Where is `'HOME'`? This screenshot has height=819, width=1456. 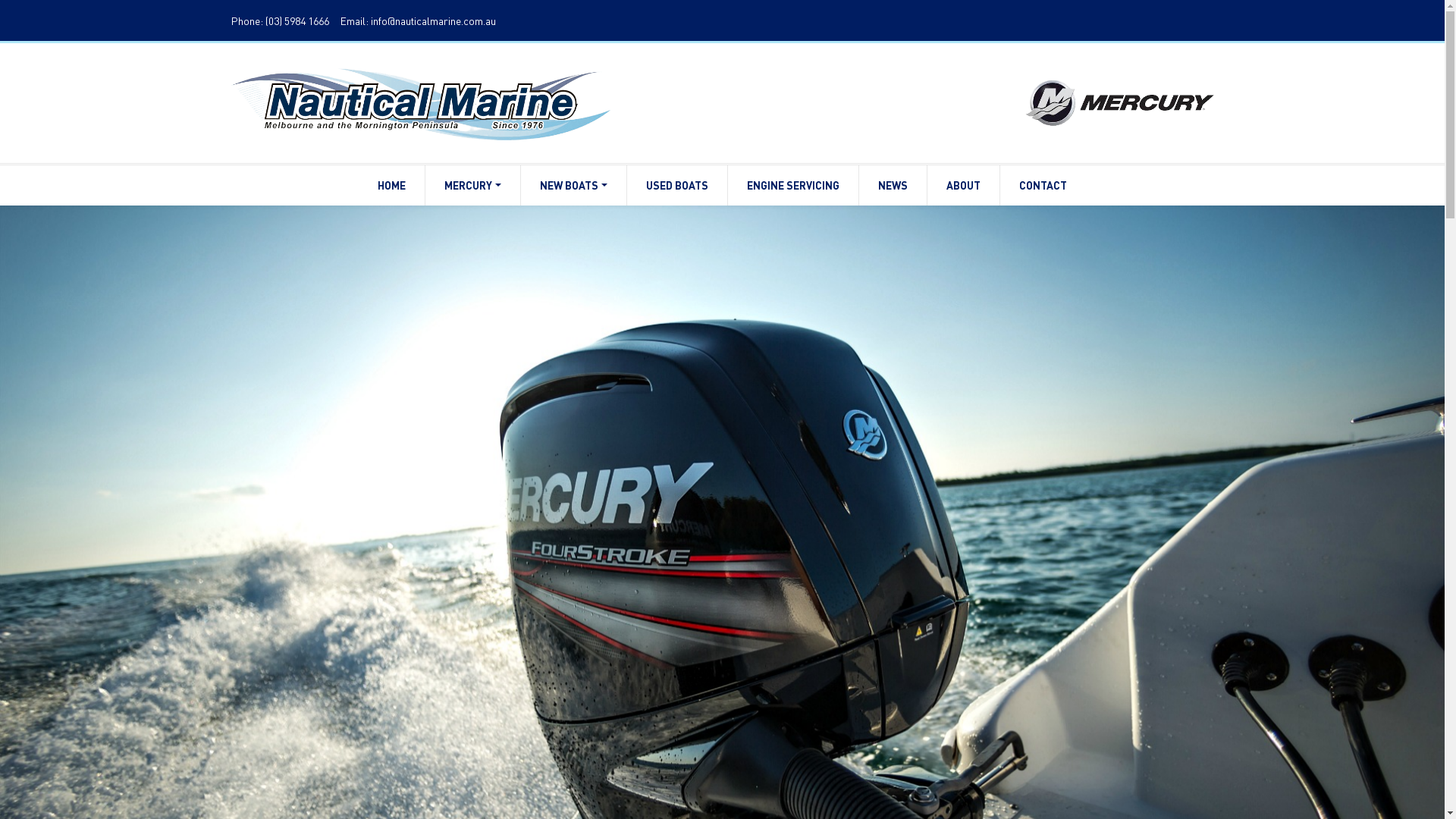 'HOME' is located at coordinates (391, 184).